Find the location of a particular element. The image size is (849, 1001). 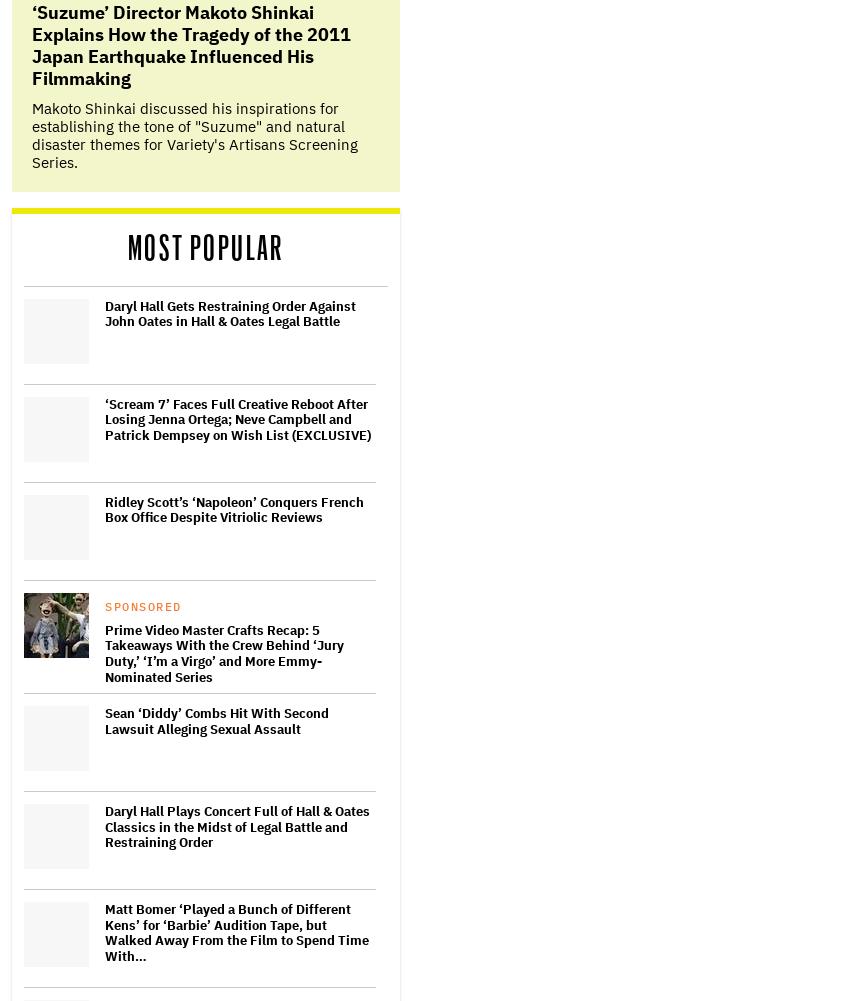

'Matt Bomer ‘Played a Bunch of Different Kens’ for ‘Barbie’ Audition Tape, but Walked Away From the Film to Spend Time With…' is located at coordinates (237, 931).